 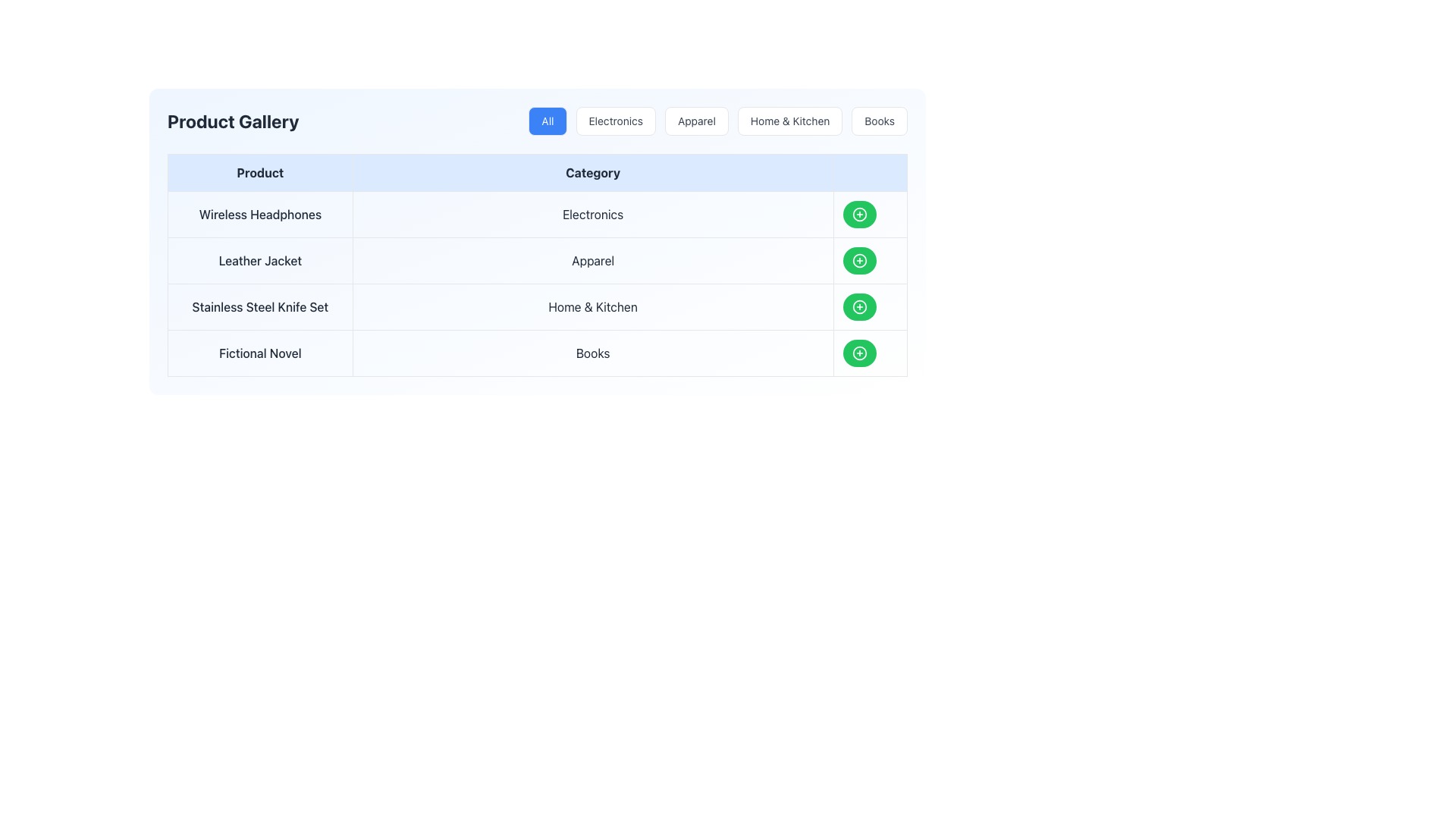 What do you see at coordinates (616, 120) in the screenshot?
I see `the 'Electronics' button, which is a rectangular button with rounded edges, white background, and gray text, located near the top of the interface above the 'Product Gallery' table` at bounding box center [616, 120].